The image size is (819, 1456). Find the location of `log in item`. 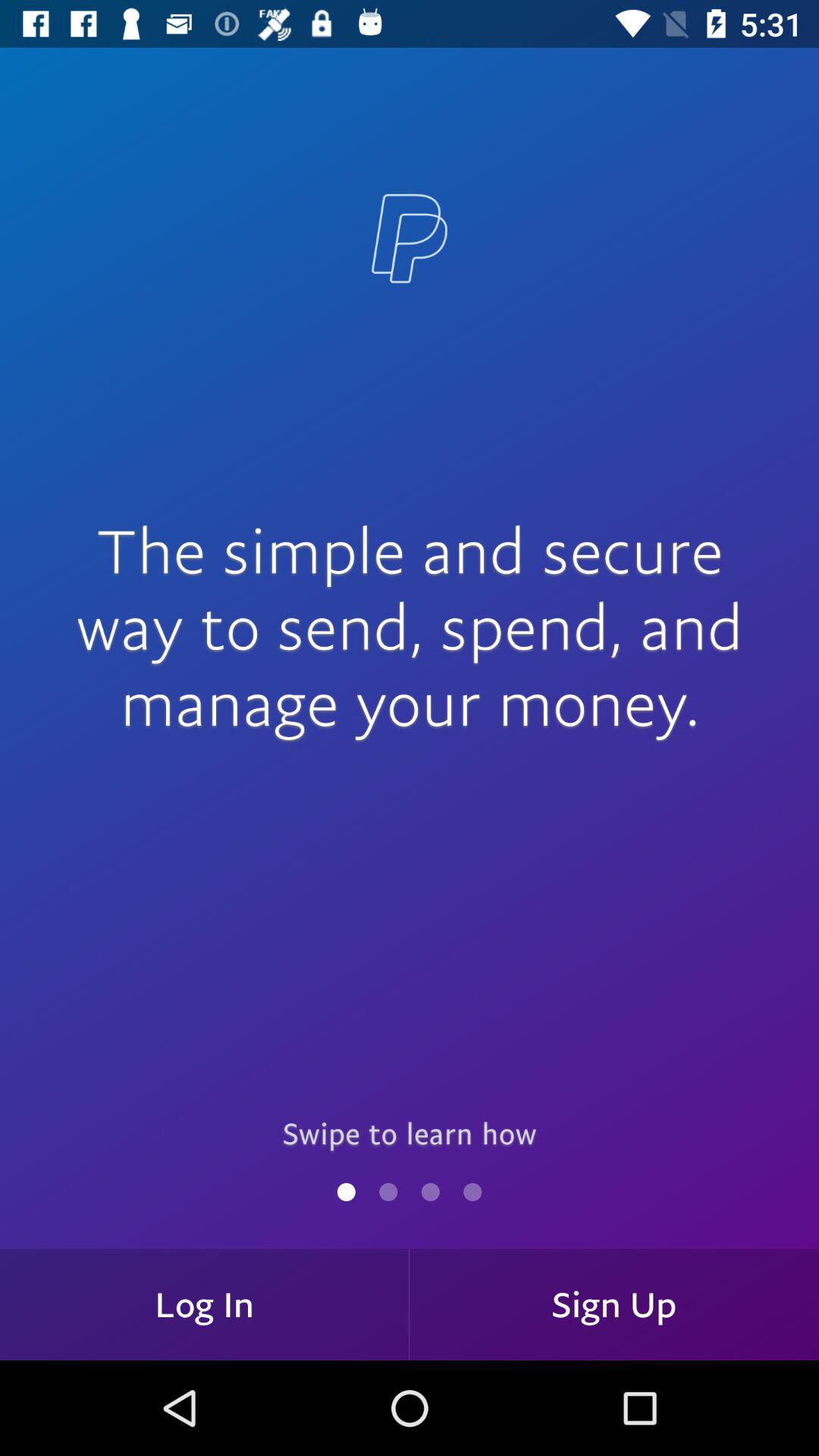

log in item is located at coordinates (203, 1304).